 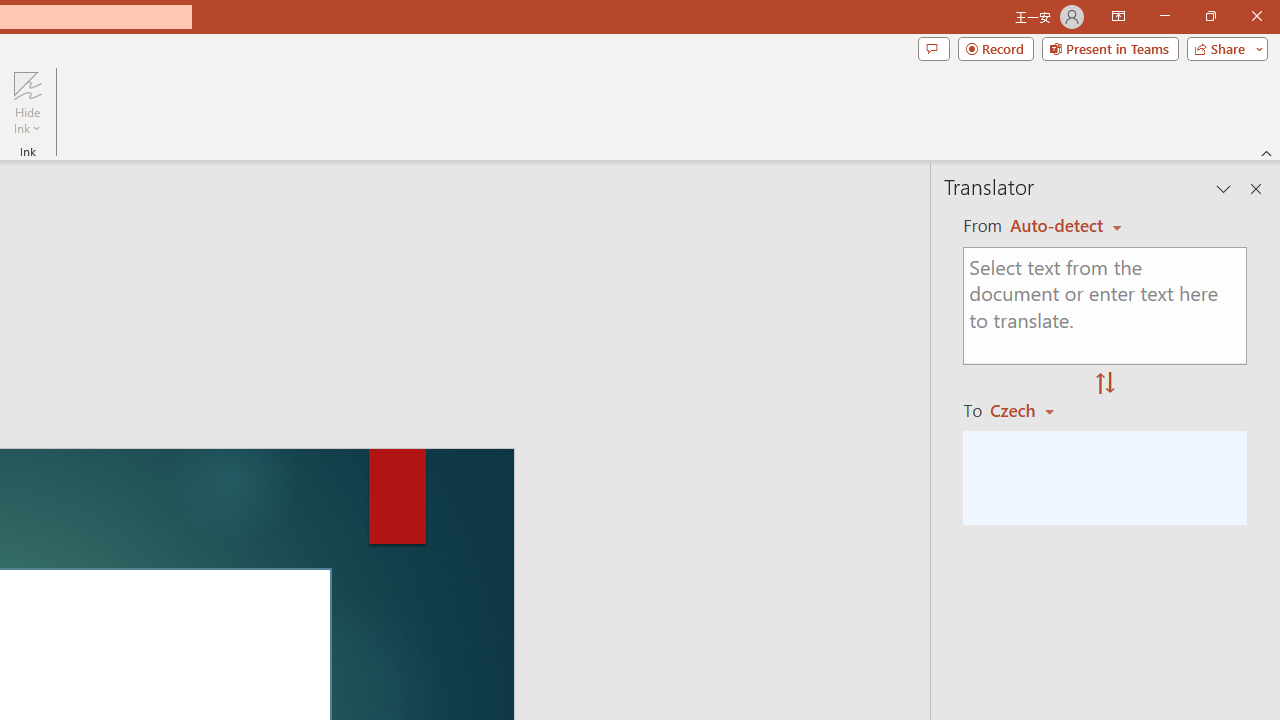 I want to click on 'Close pane', so click(x=1255, y=189).